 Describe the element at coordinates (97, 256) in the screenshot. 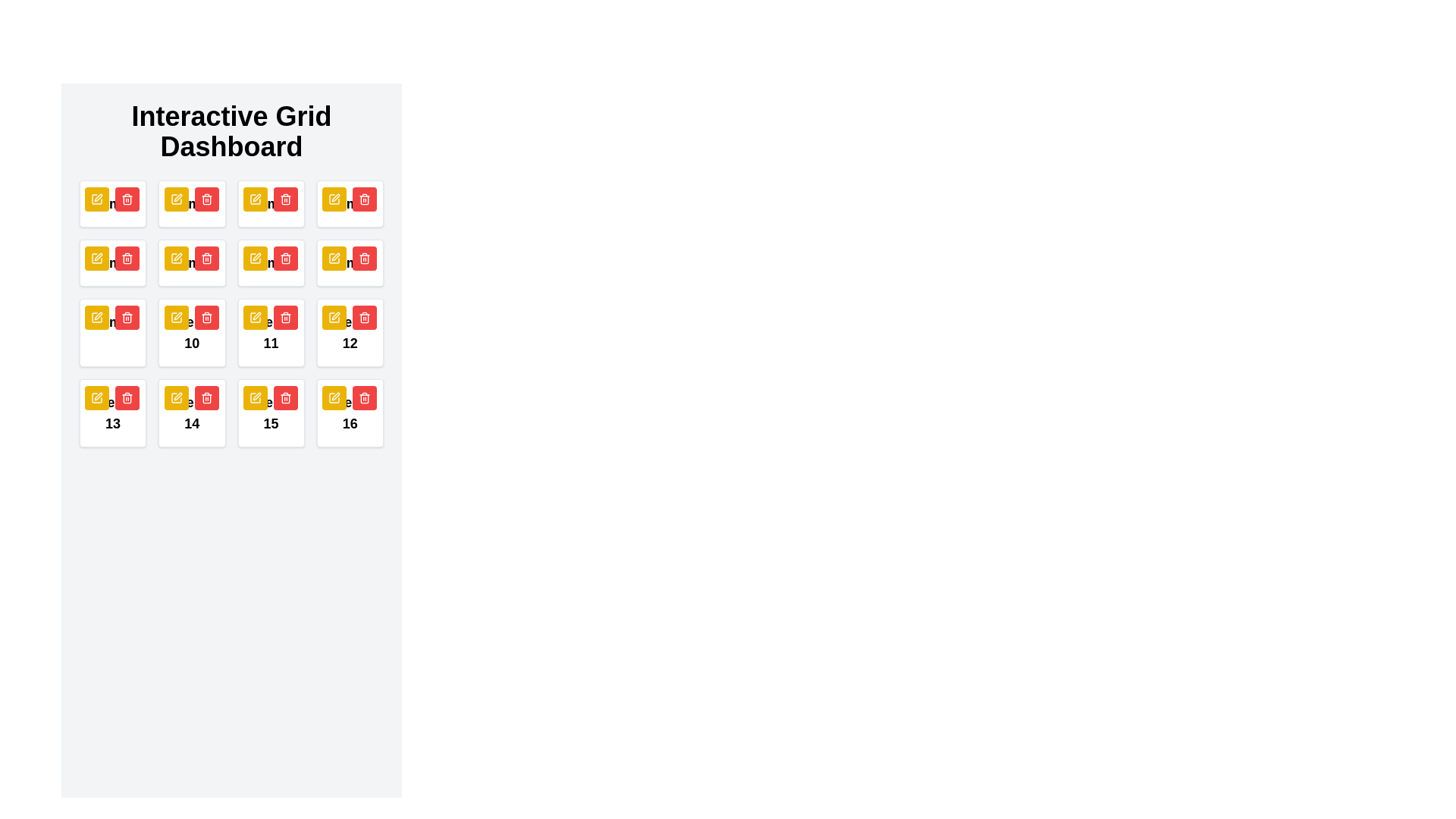

I see `the small edit icon within the grid layout` at that location.